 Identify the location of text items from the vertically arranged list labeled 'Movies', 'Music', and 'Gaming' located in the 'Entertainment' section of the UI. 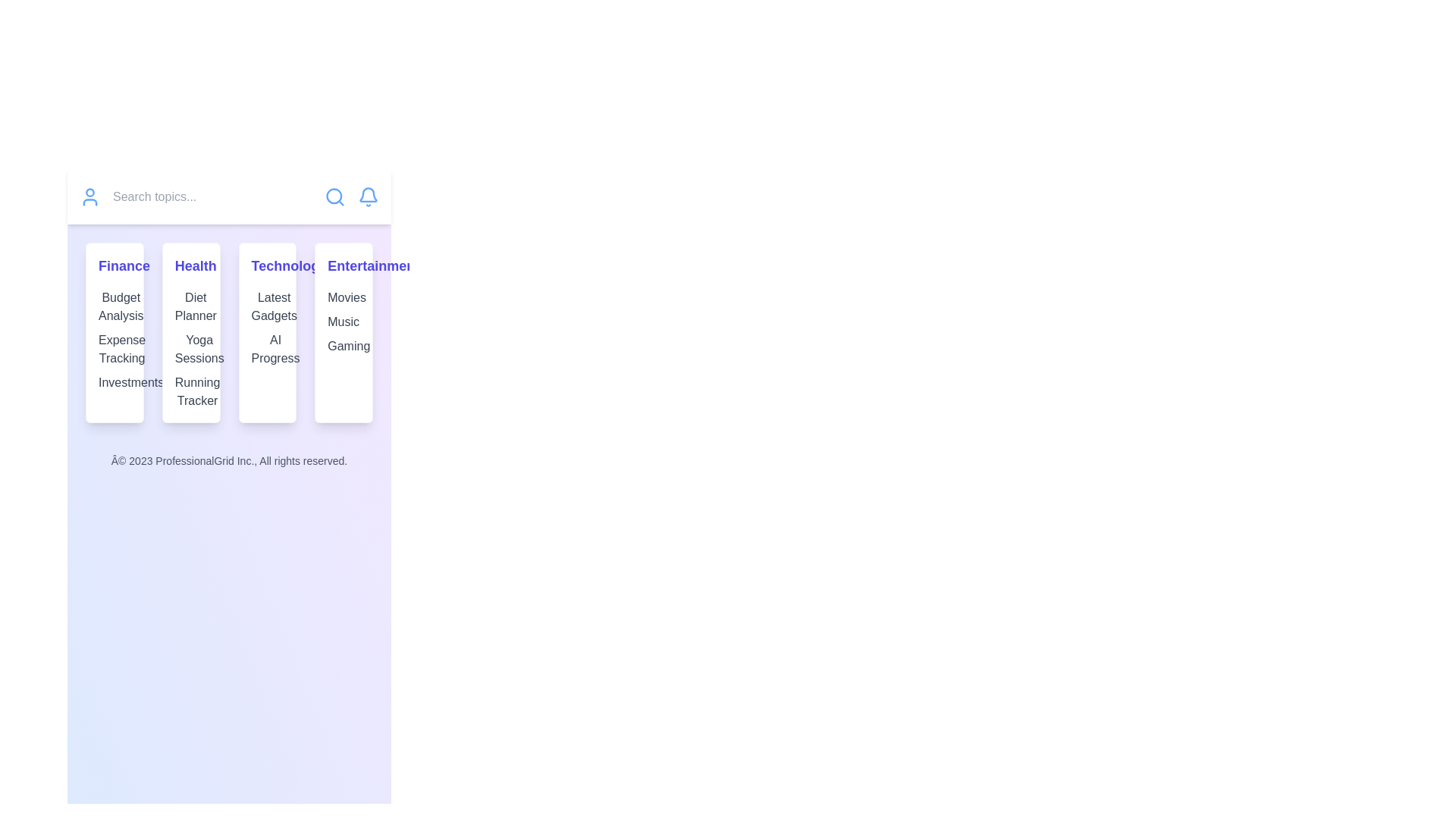
(343, 321).